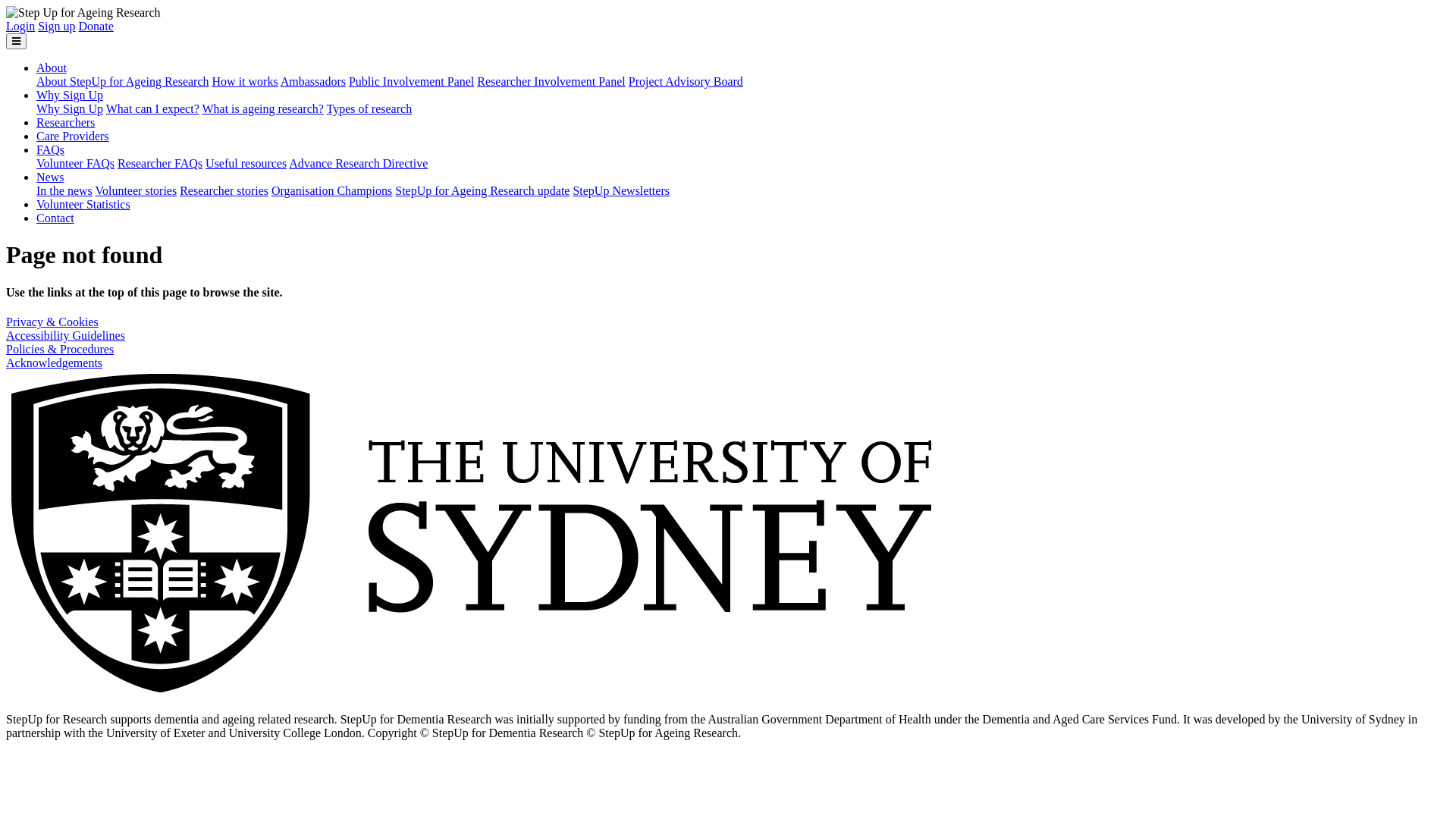 This screenshot has height=819, width=1456. Describe the element at coordinates (246, 163) in the screenshot. I see `'Useful resources'` at that location.